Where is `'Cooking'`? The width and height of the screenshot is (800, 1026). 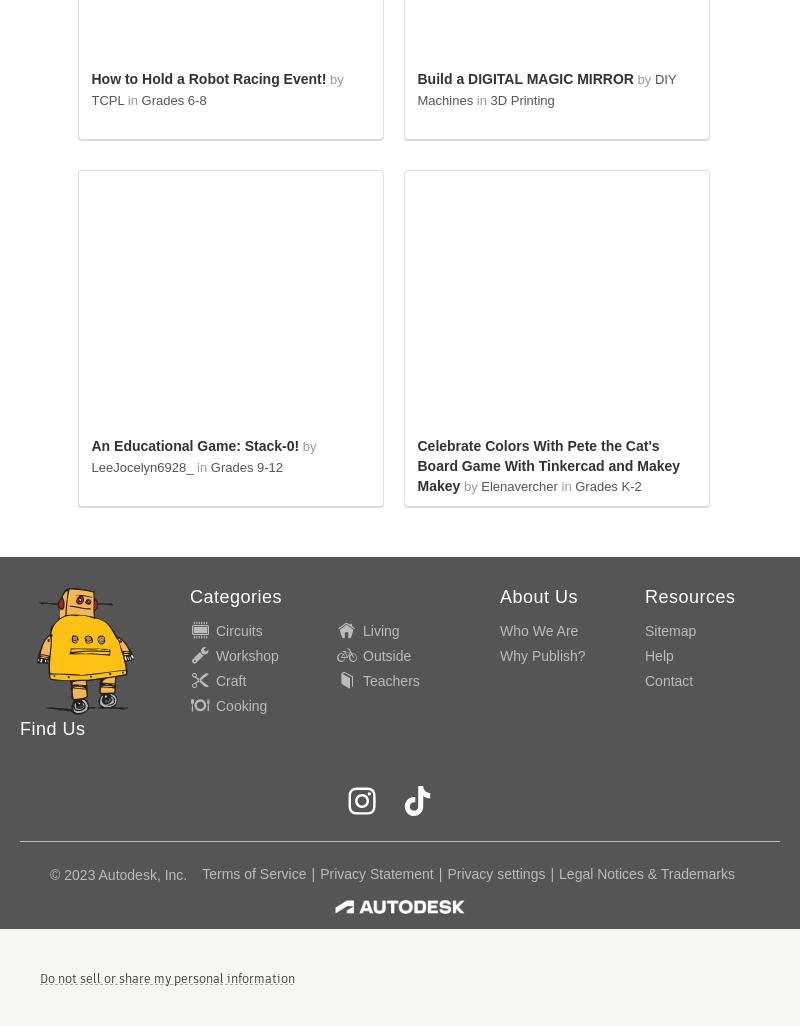 'Cooking' is located at coordinates (240, 703).